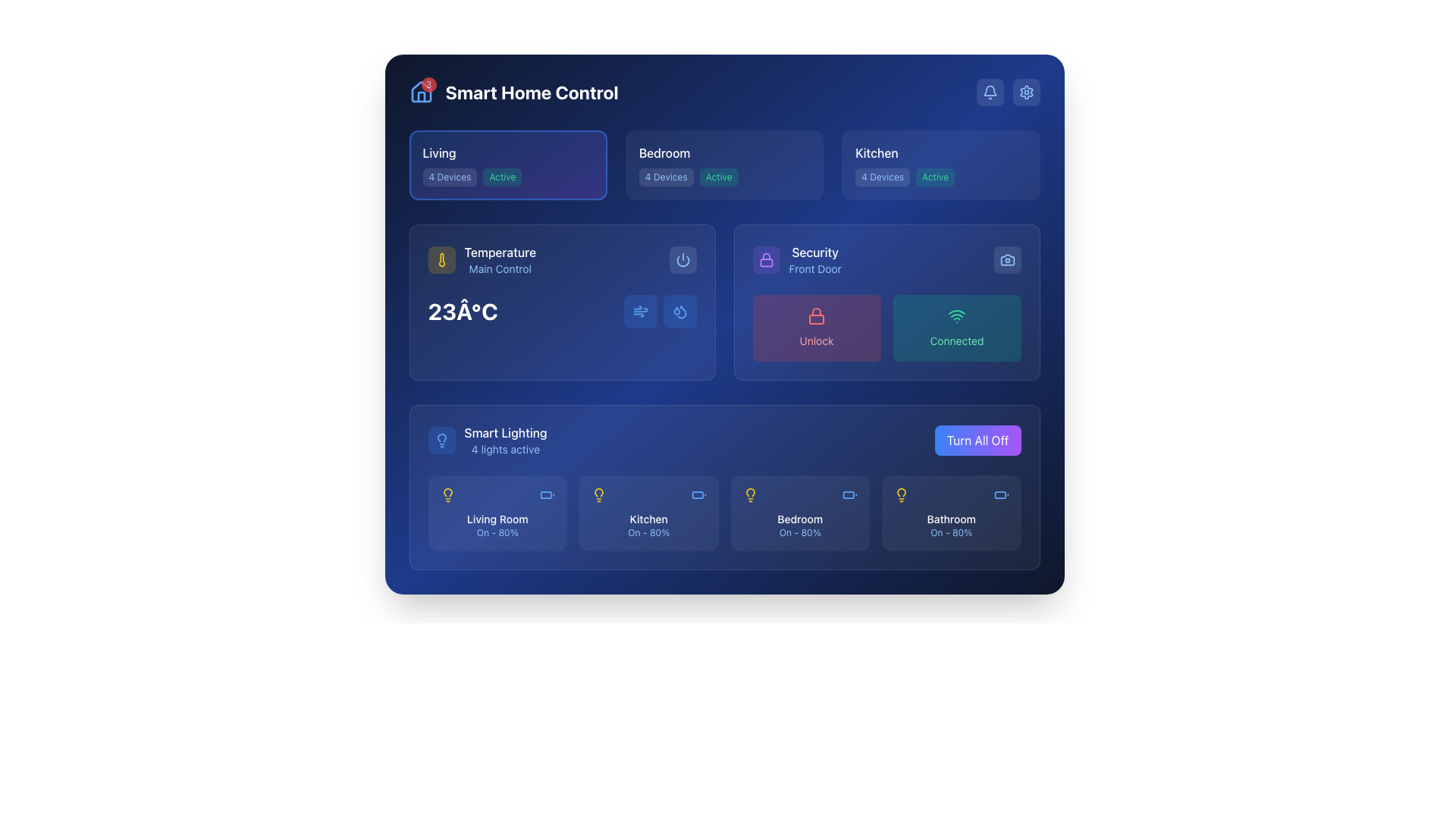 The width and height of the screenshot is (1456, 819). I want to click on the 'Turn All Off' button in the Smart Lighting Composite element, so click(723, 441).